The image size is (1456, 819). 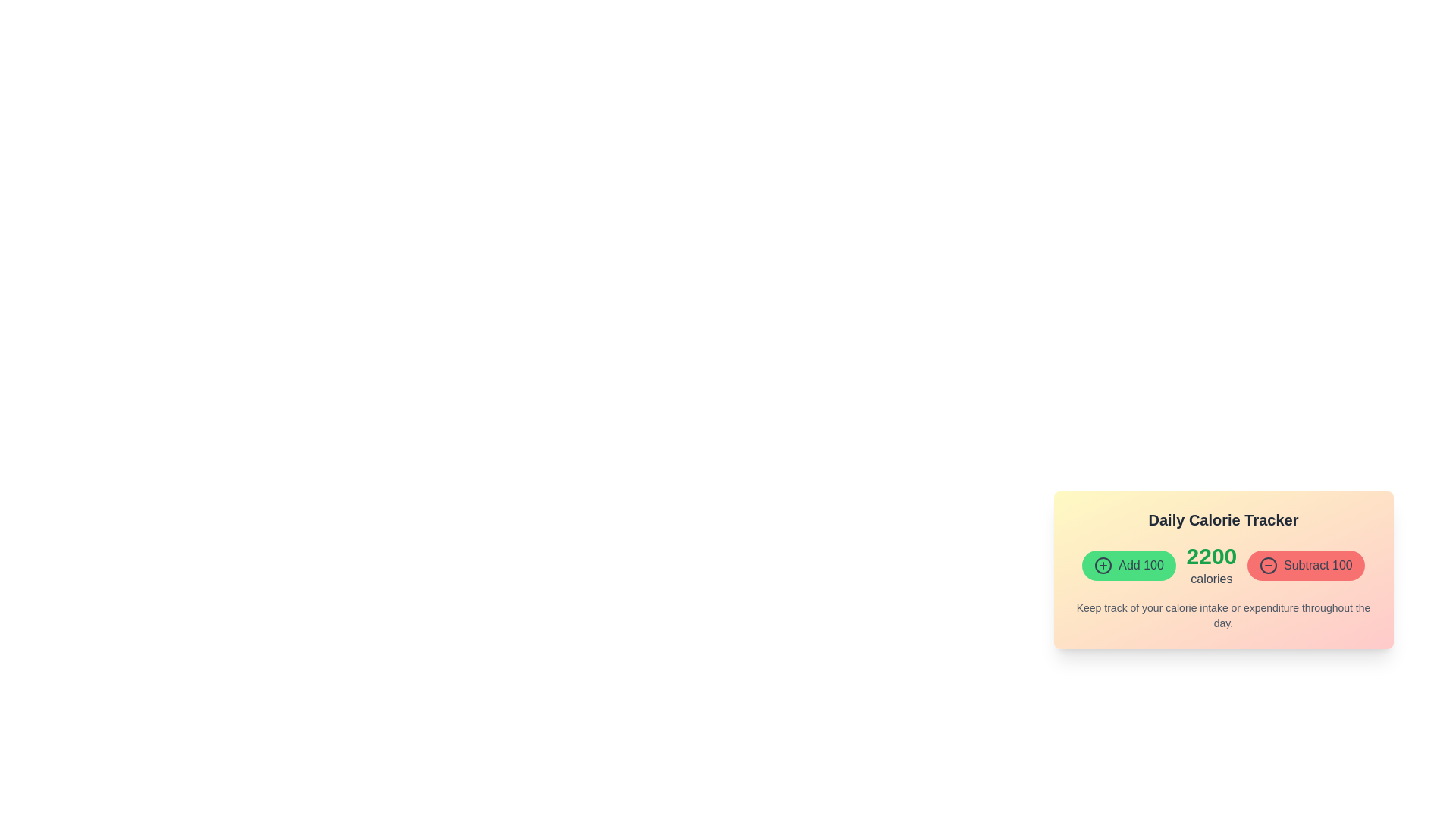 I want to click on the text content that reads 'Keep track of your calorie intake or expenditure throughout the day.' located in the bottom segment of the 'Daily Calorie Tracker' card, so click(x=1223, y=616).